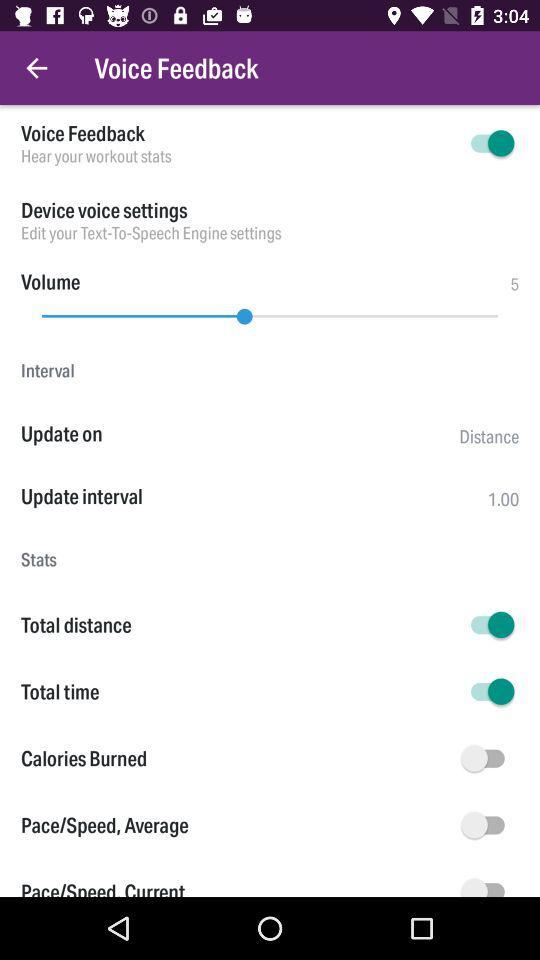 This screenshot has height=960, width=540. I want to click on the edit your text, so click(270, 233).